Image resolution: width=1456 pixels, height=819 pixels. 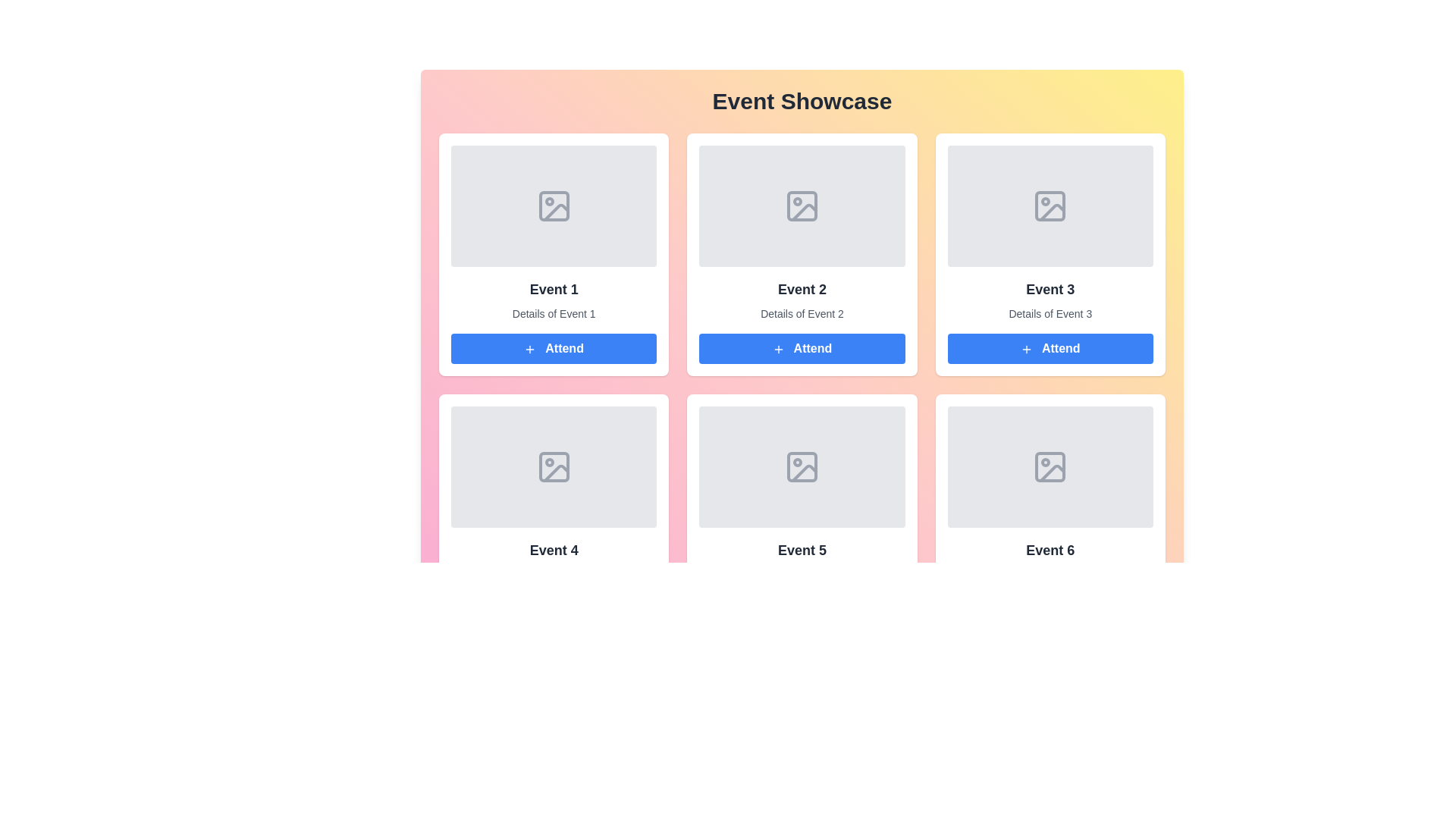 What do you see at coordinates (553, 550) in the screenshot?
I see `the text block containing the phrase 'Event 4', which is styled in bold and located in the lower section of the fourth card in a grid layout` at bounding box center [553, 550].